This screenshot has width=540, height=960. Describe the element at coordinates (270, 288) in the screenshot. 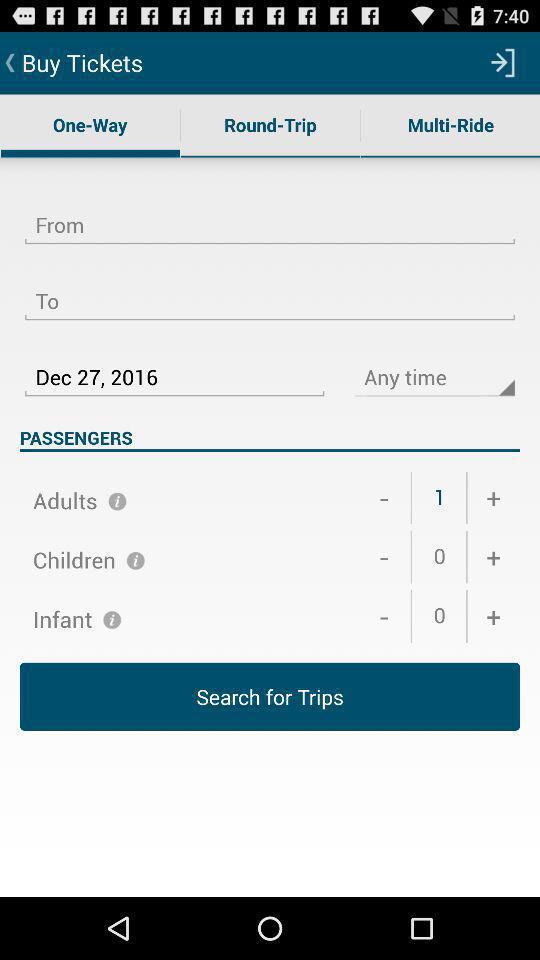

I see `the destination` at that location.